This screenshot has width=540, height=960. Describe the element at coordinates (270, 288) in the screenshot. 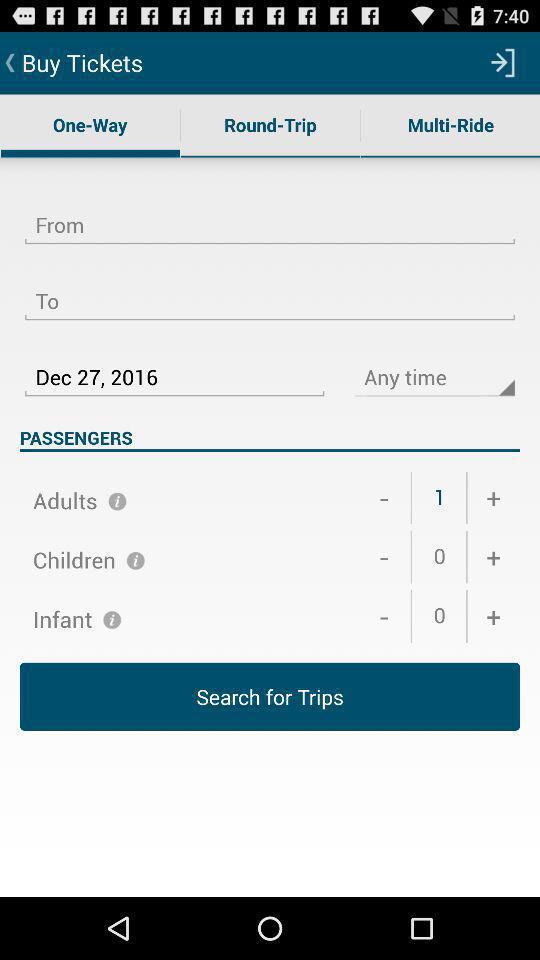

I see `the destination` at that location.